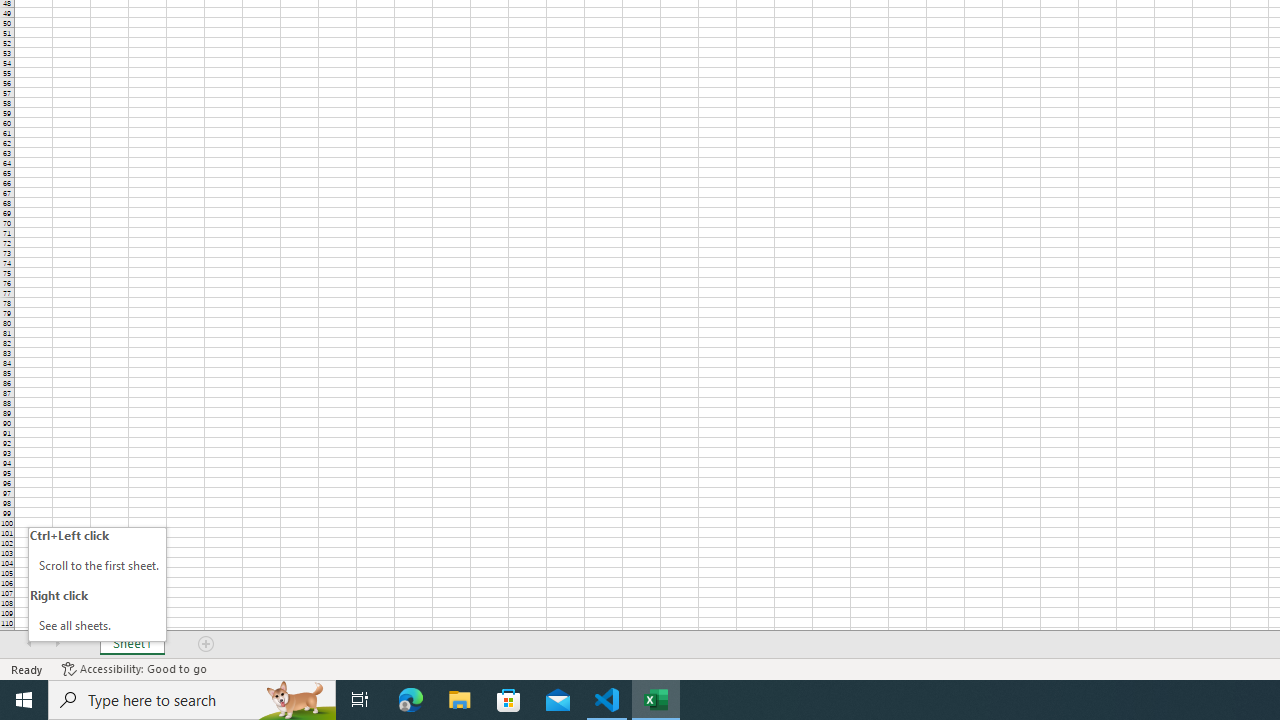  Describe the element at coordinates (133, 669) in the screenshot. I see `'Accessibility Checker Accessibility: Good to go'` at that location.